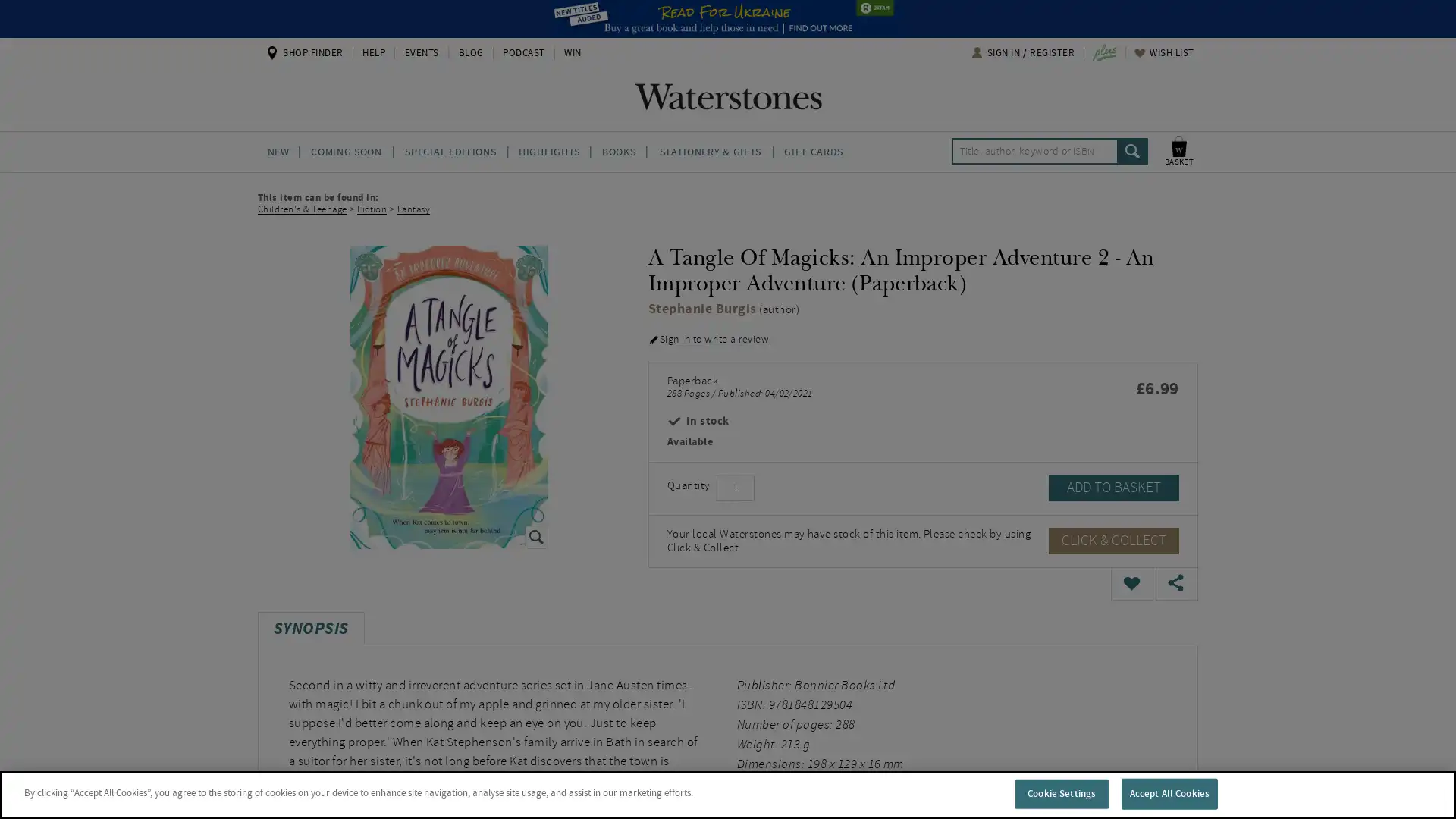 This screenshot has height=819, width=1456. I want to click on CLICK & COLLECT, so click(1113, 539).